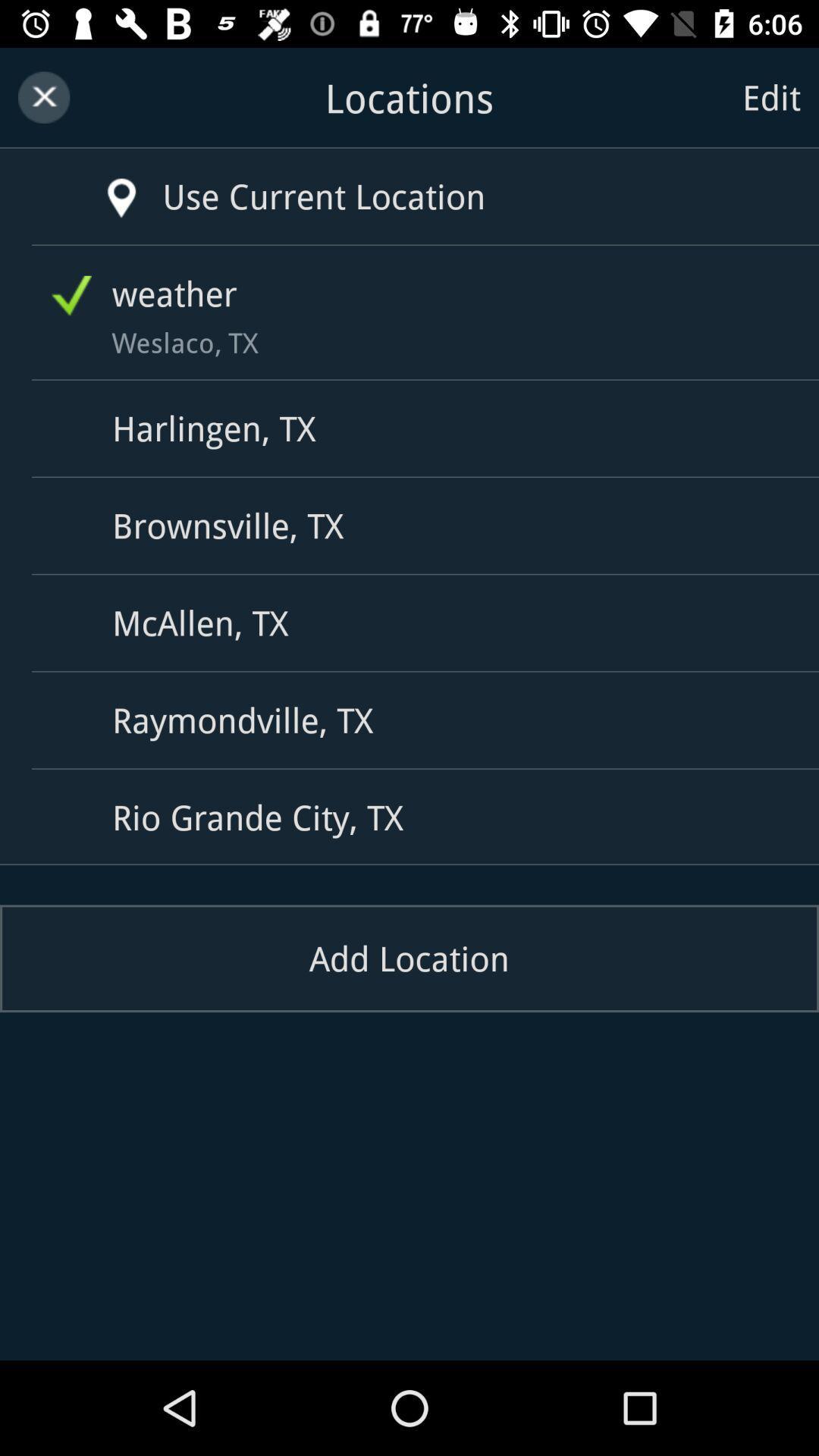  Describe the element at coordinates (415, 623) in the screenshot. I see `tap on the location given as mcallen tx` at that location.